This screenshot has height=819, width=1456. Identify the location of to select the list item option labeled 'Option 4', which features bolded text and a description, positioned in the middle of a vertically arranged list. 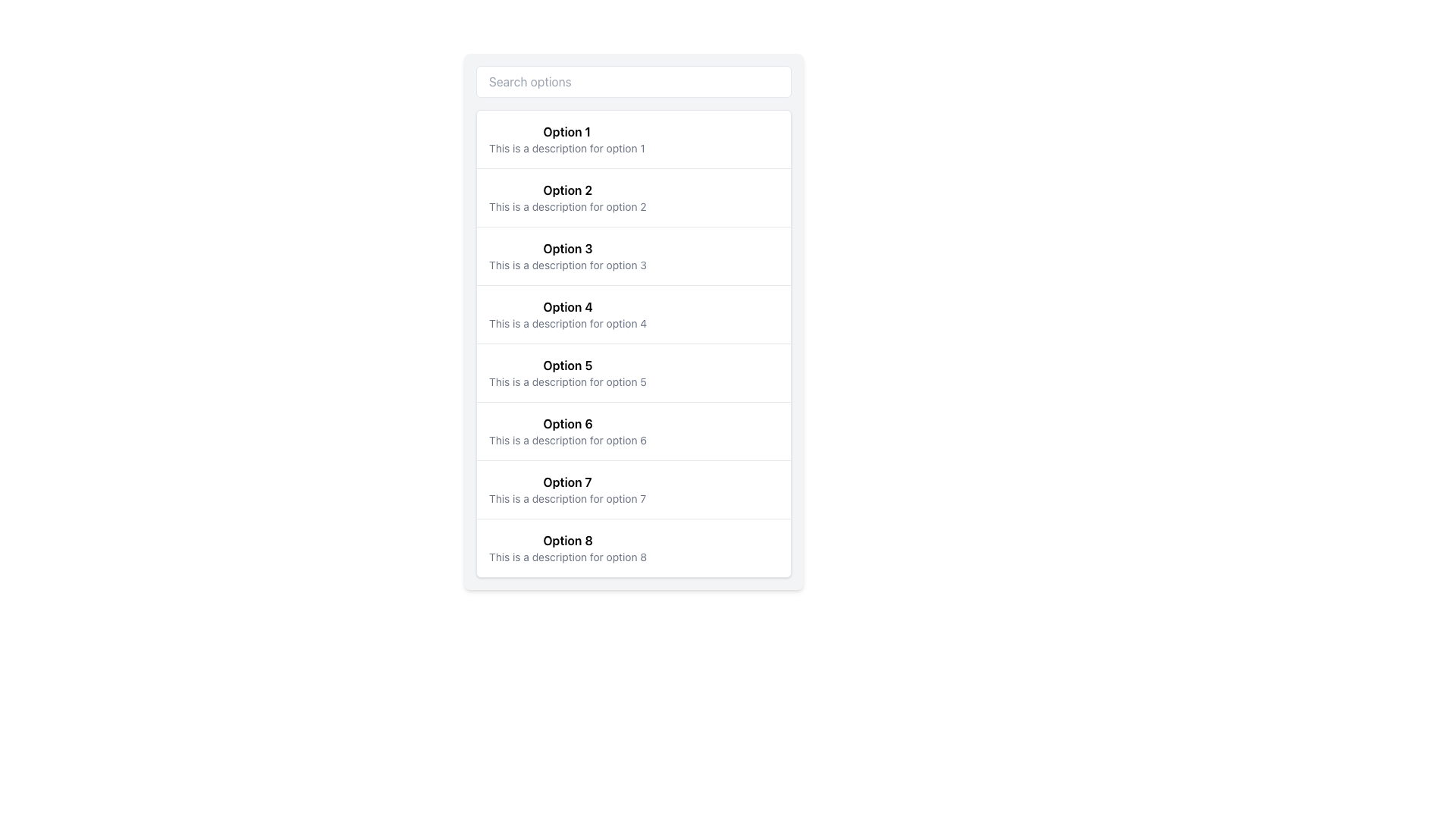
(633, 312).